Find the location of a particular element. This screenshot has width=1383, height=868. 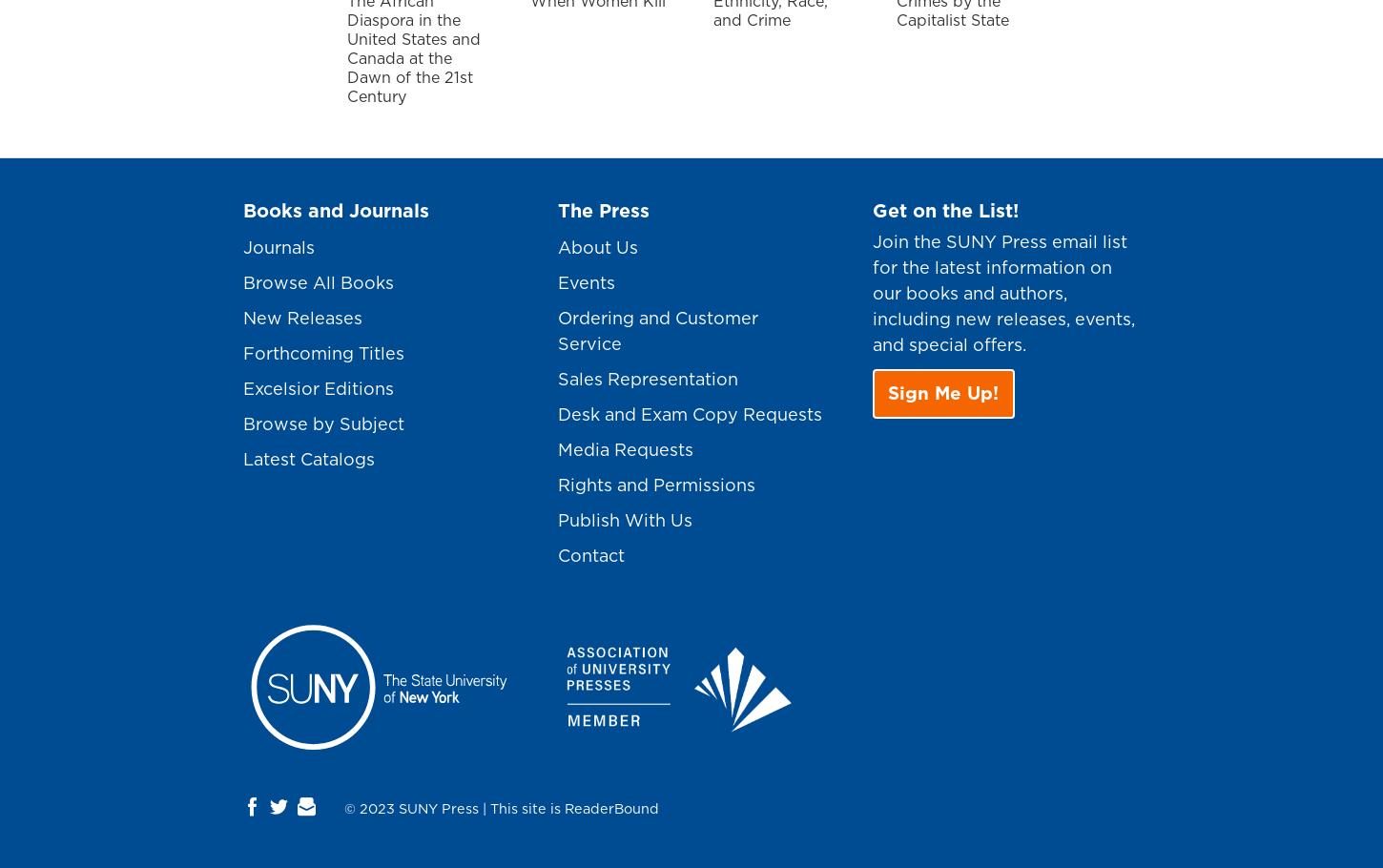

'Rights and Permissions' is located at coordinates (655, 485).